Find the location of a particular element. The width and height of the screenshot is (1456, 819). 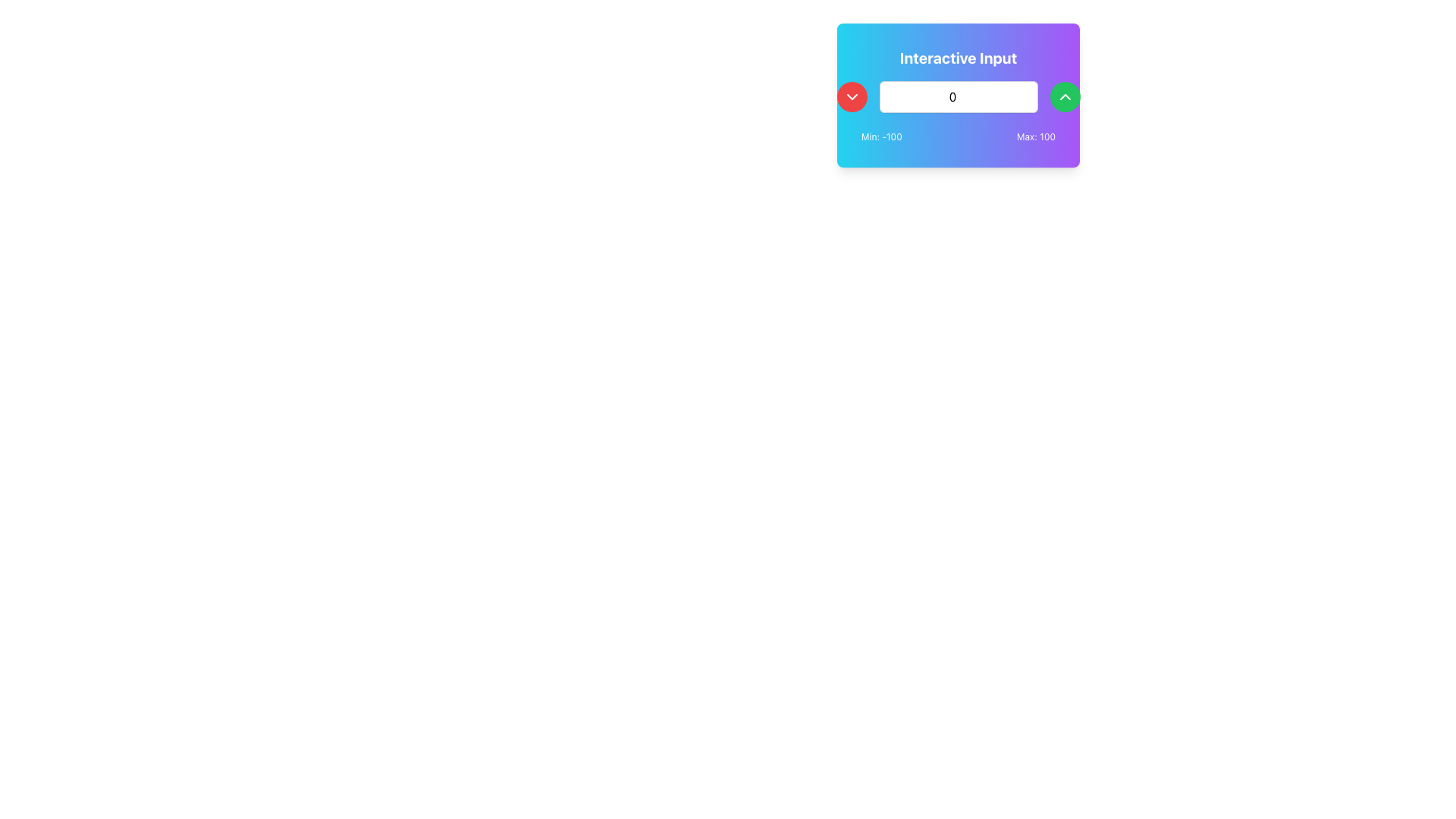

the interactive number input field located in the 'Interactive Input' group, which is horizontally centered and flanked by red and green buttons is located at coordinates (957, 96).